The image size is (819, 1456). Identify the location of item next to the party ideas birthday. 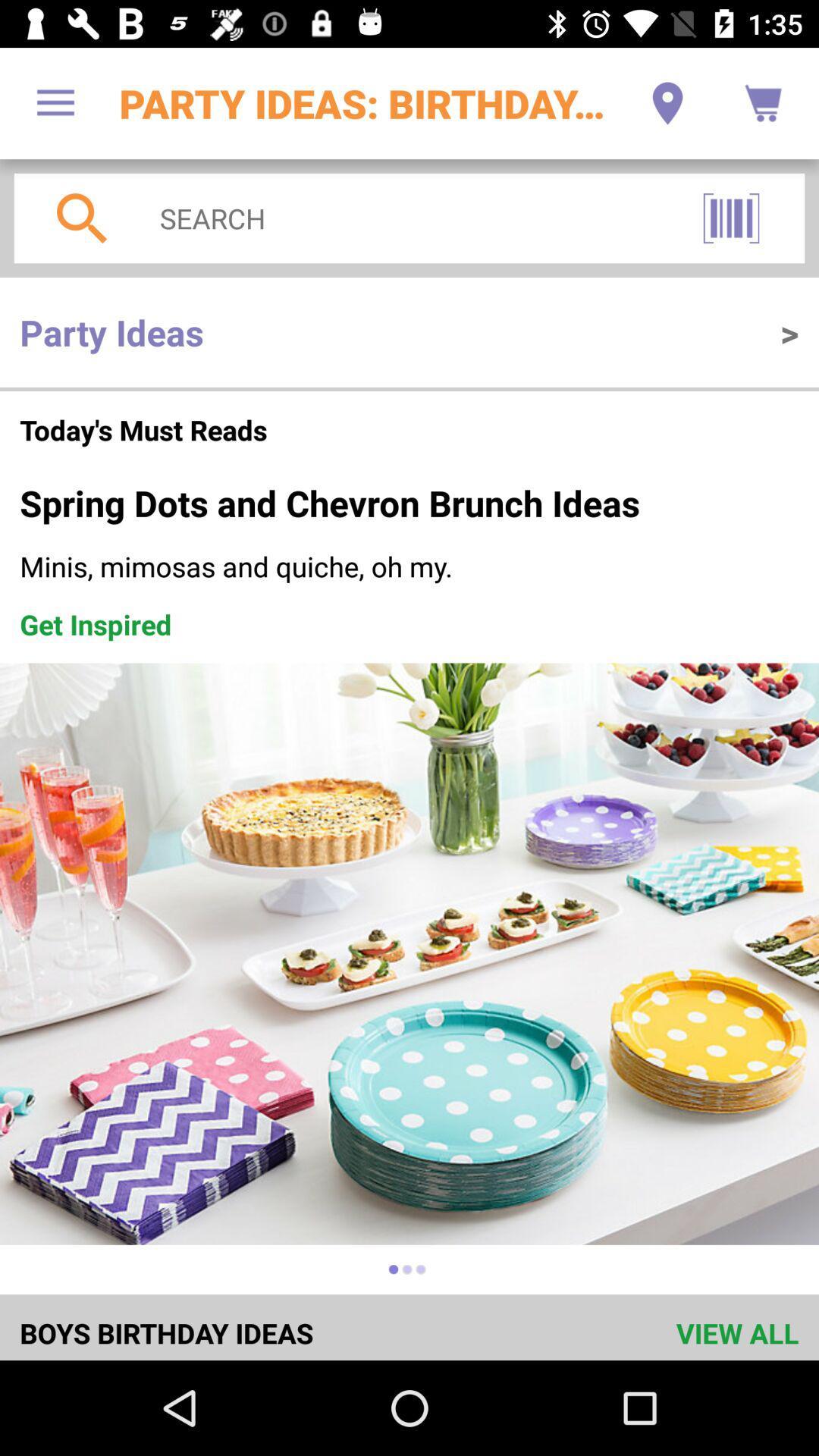
(667, 102).